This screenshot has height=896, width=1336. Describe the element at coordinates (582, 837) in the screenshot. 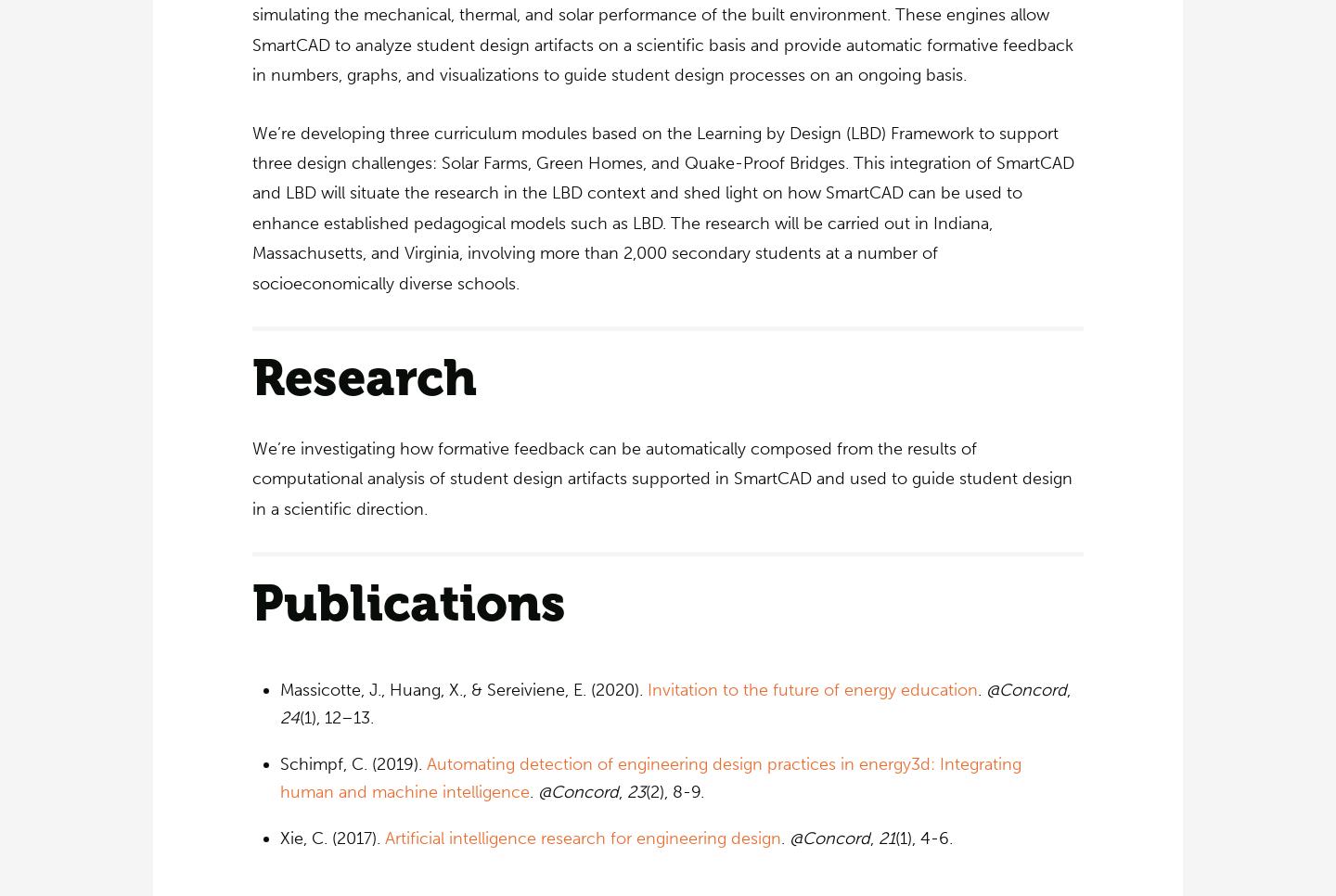

I see `'Artificial intelligence research for engineering design'` at that location.